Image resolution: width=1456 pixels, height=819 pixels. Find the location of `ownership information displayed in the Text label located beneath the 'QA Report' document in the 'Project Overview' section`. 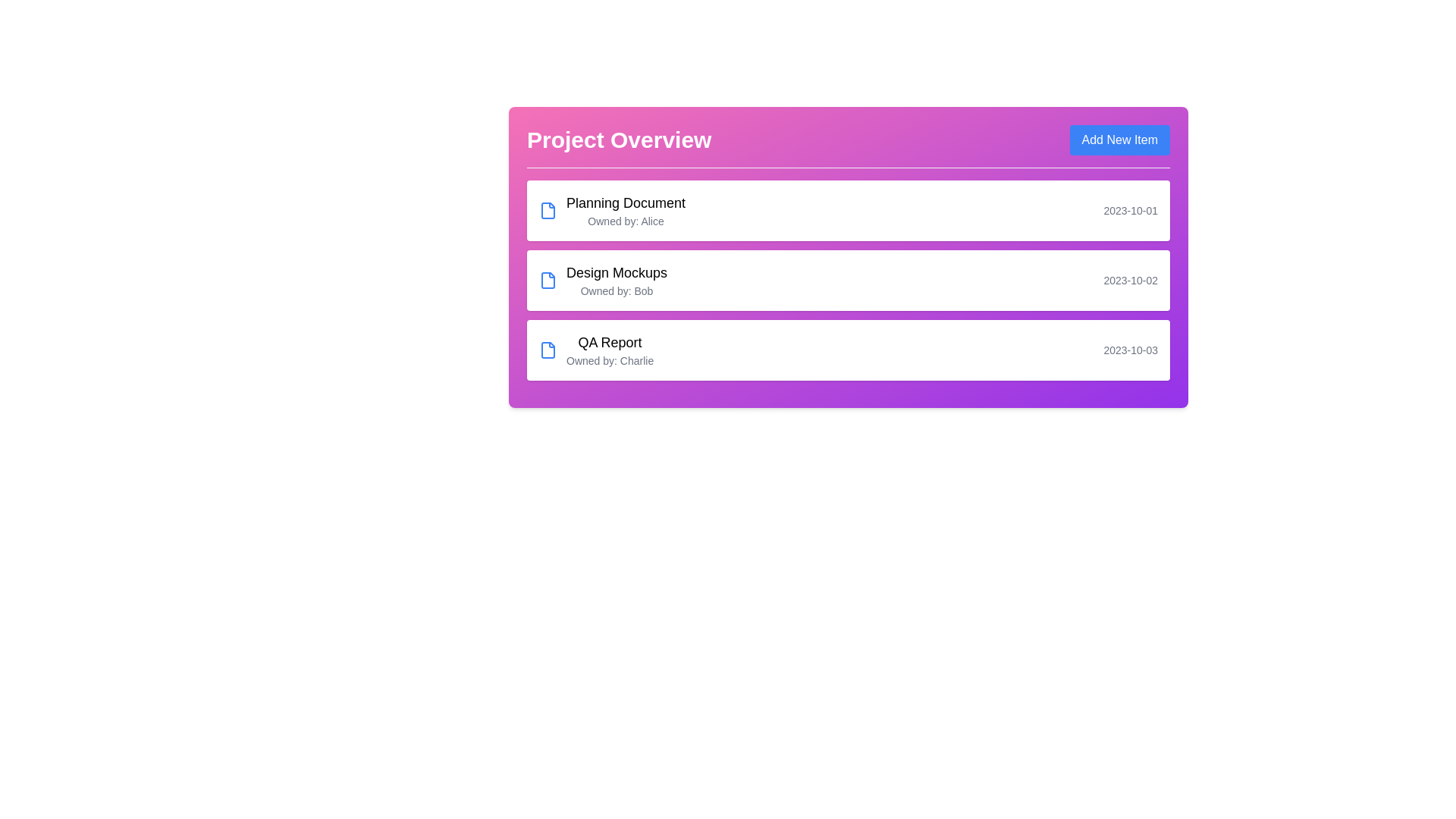

ownership information displayed in the Text label located beneath the 'QA Report' document in the 'Project Overview' section is located at coordinates (610, 360).